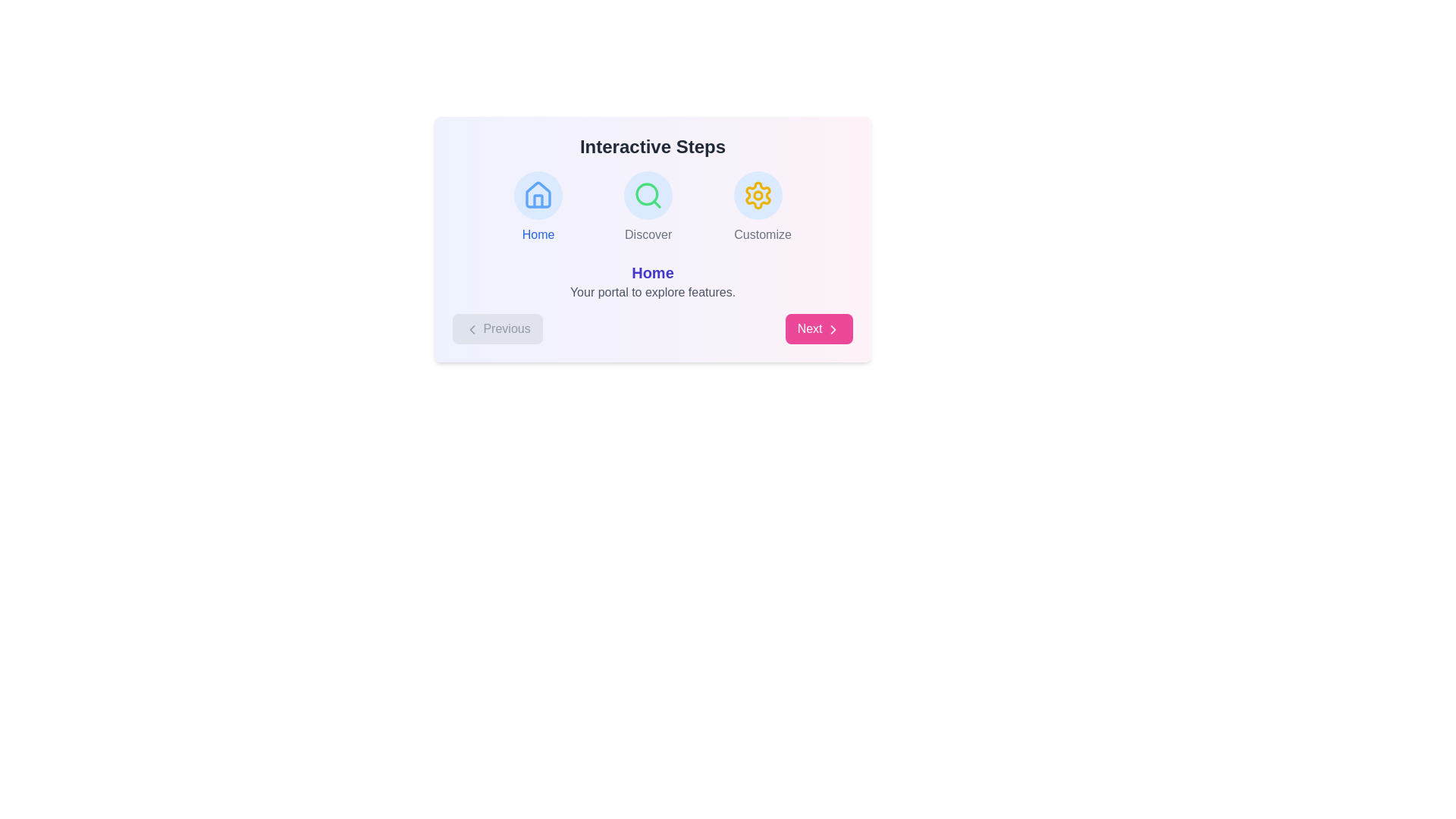 The image size is (1456, 819). Describe the element at coordinates (833, 328) in the screenshot. I see `the right-pointing chevron arrow icon within the pink 'Next' button located at the bottom right corner of the dialog` at that location.